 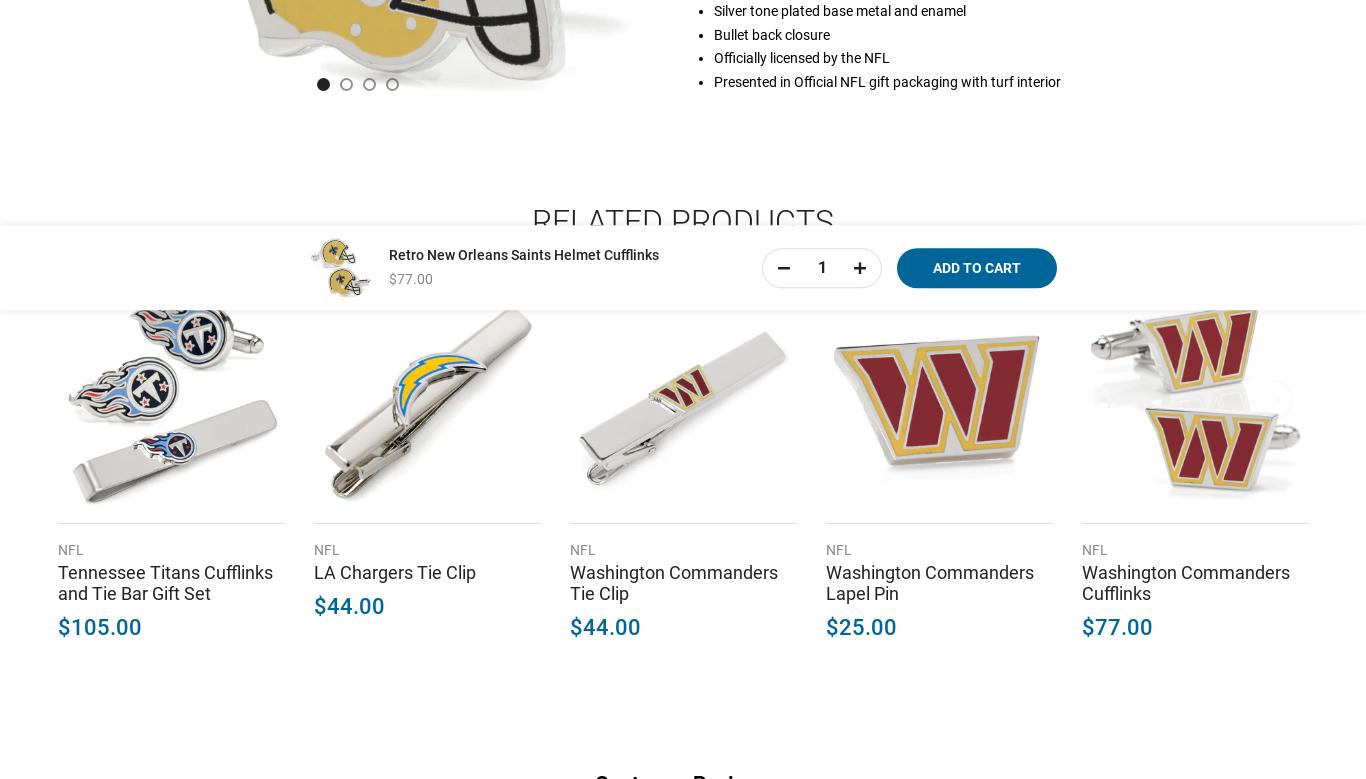 What do you see at coordinates (825, 626) in the screenshot?
I see `'$25.00'` at bounding box center [825, 626].